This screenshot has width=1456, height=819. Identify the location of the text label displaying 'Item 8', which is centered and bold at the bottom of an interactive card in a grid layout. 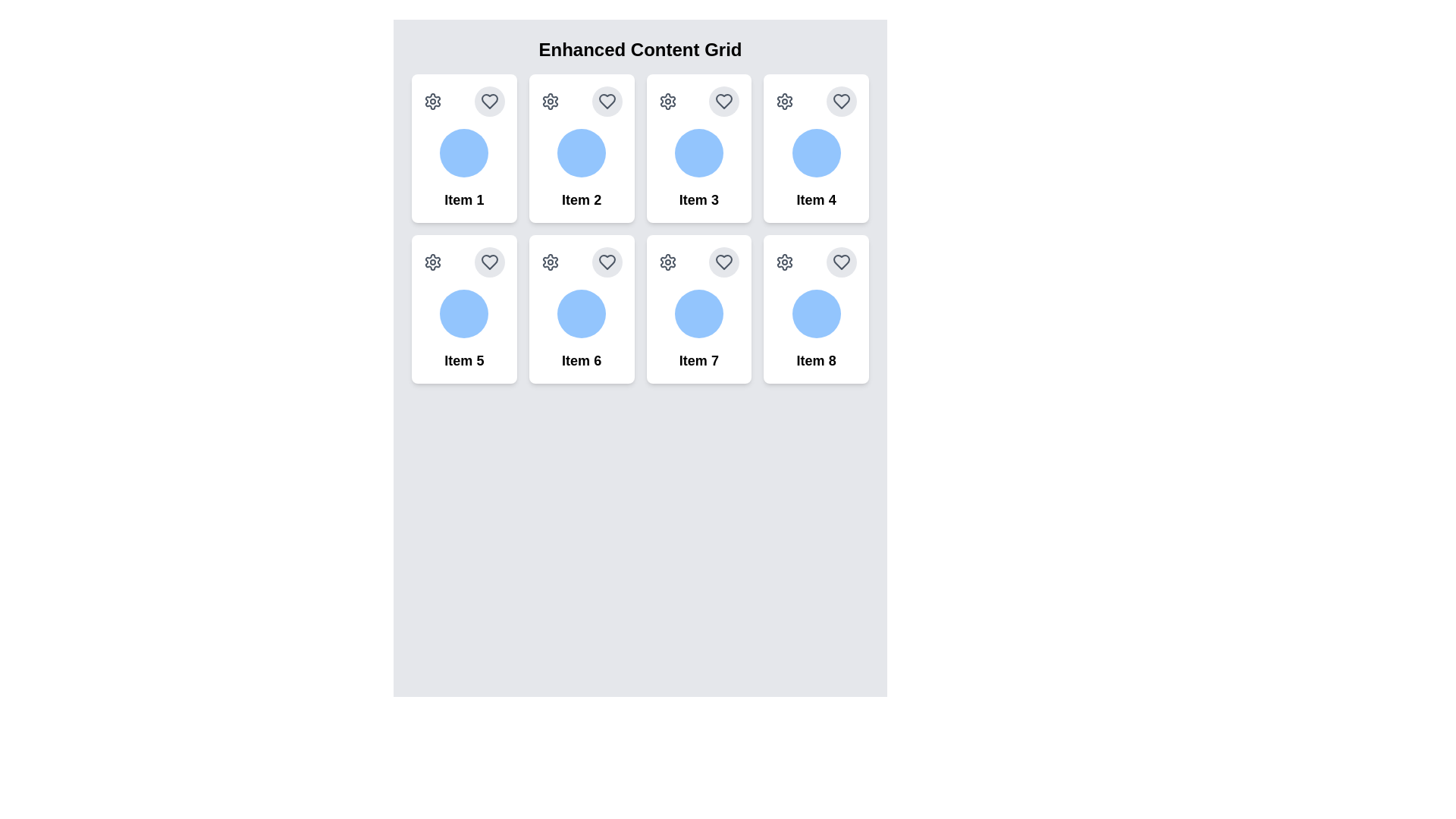
(815, 360).